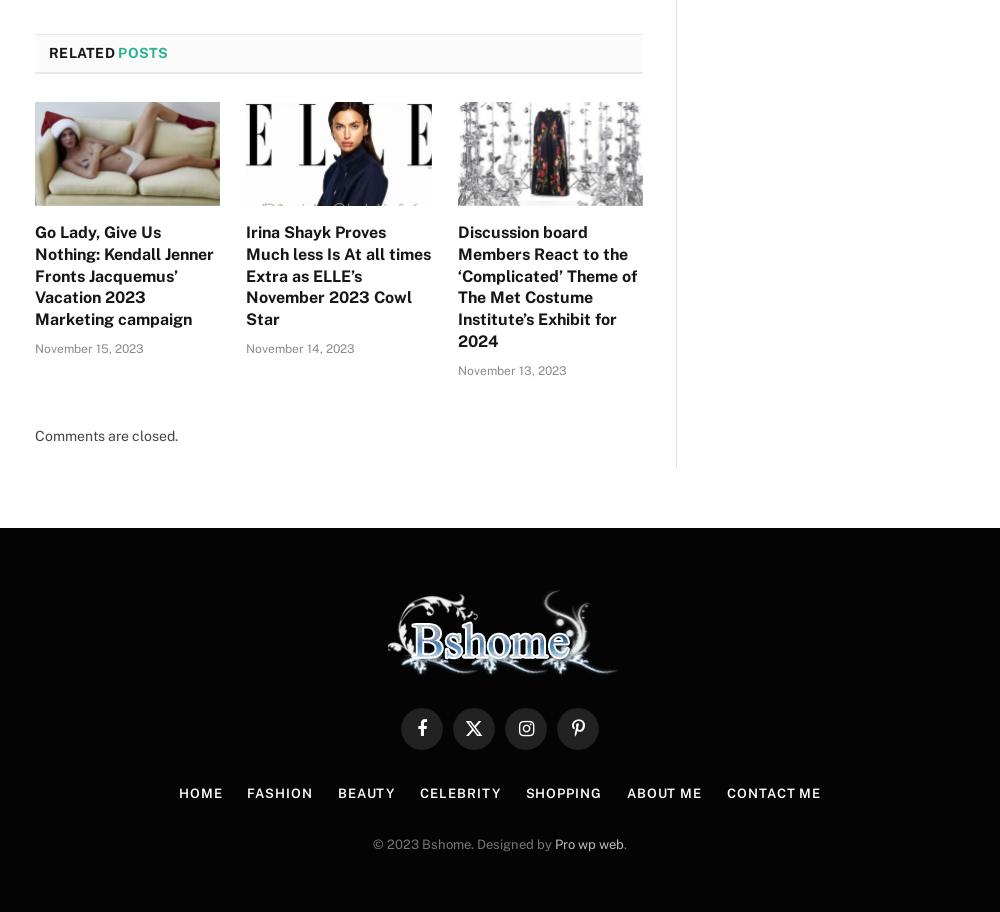 This screenshot has height=912, width=1000. I want to click on '© 2023 Bshome. Designed by', so click(463, 843).